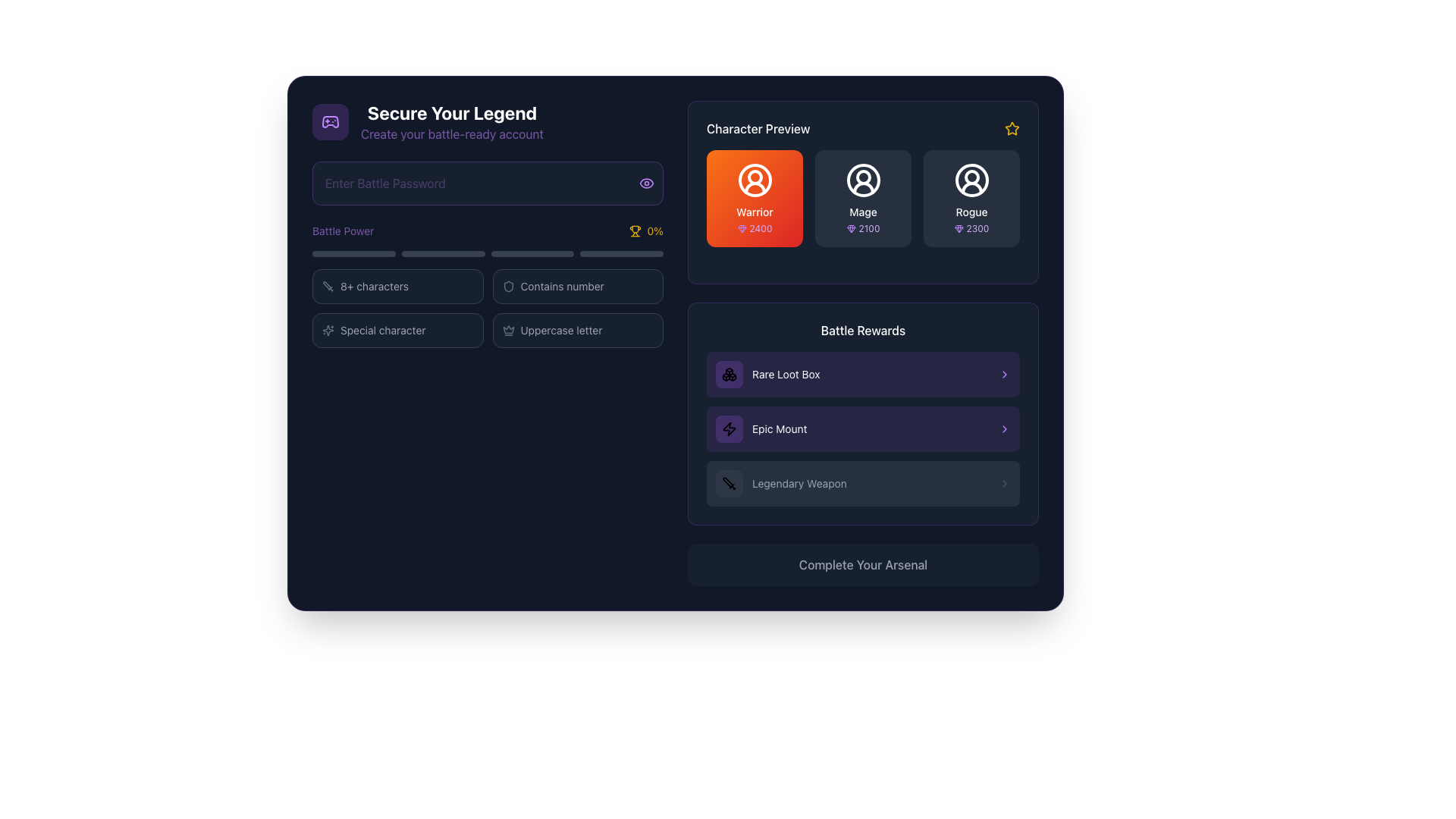 The image size is (1456, 819). I want to click on the star-shaped icon with a yellow border and dark fill located at the top-right corner of the 'Character Preview' section, so click(1012, 127).